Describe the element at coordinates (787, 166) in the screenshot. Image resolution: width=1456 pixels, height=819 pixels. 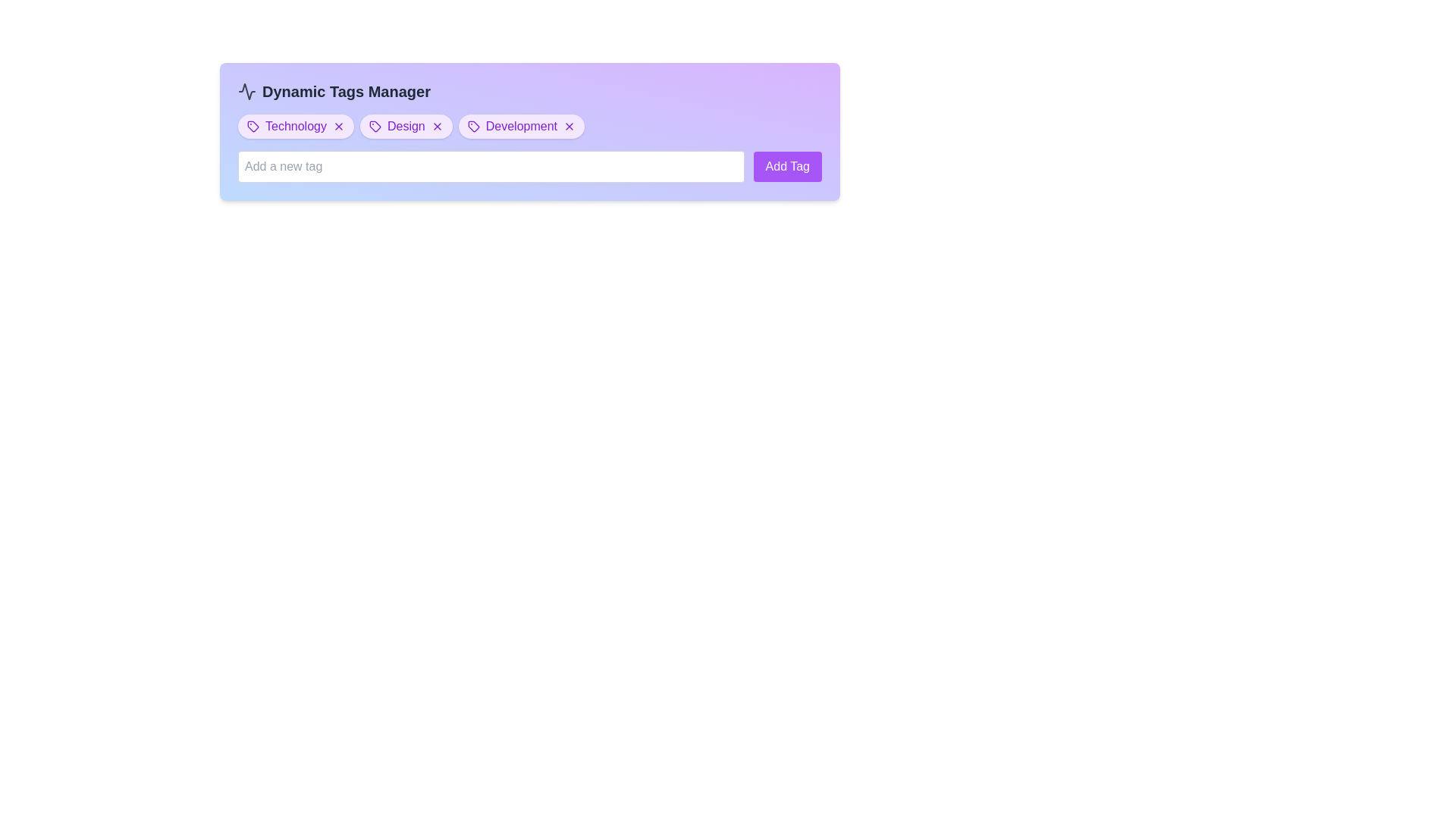
I see `the 'Add Tag' button located on the right-hand side of the input field` at that location.